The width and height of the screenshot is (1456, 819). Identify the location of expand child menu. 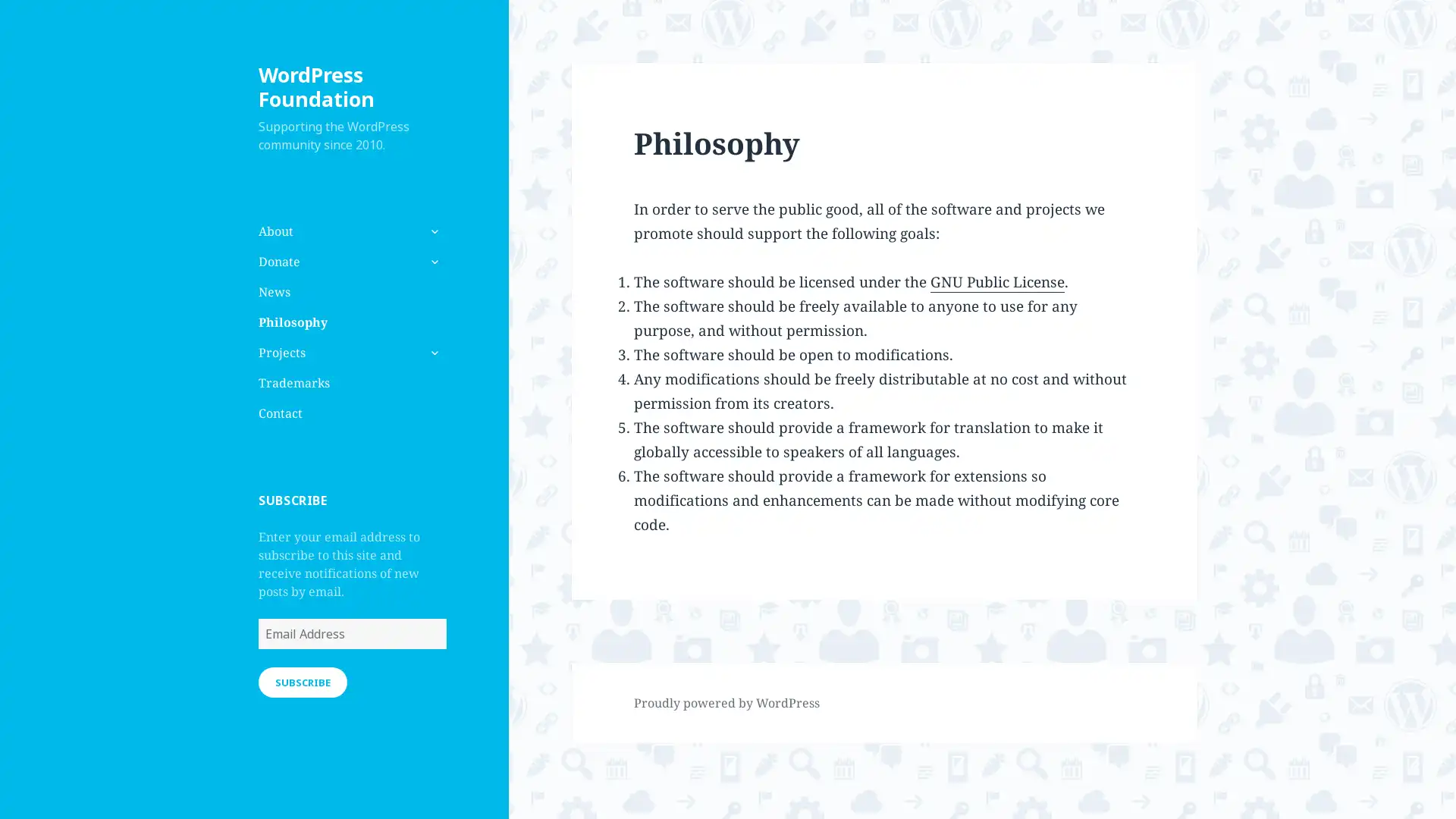
(432, 231).